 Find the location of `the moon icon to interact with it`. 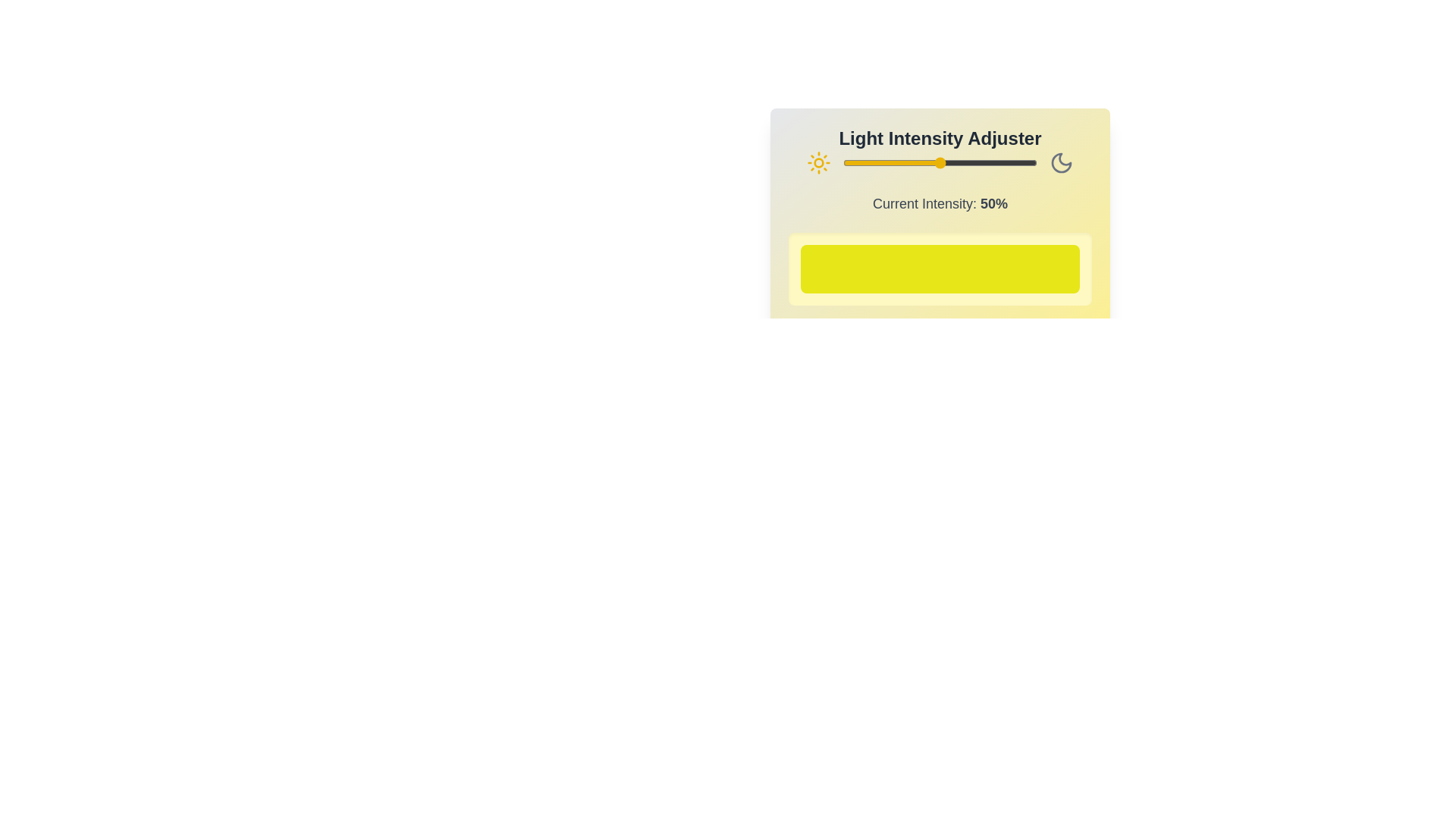

the moon icon to interact with it is located at coordinates (1061, 163).